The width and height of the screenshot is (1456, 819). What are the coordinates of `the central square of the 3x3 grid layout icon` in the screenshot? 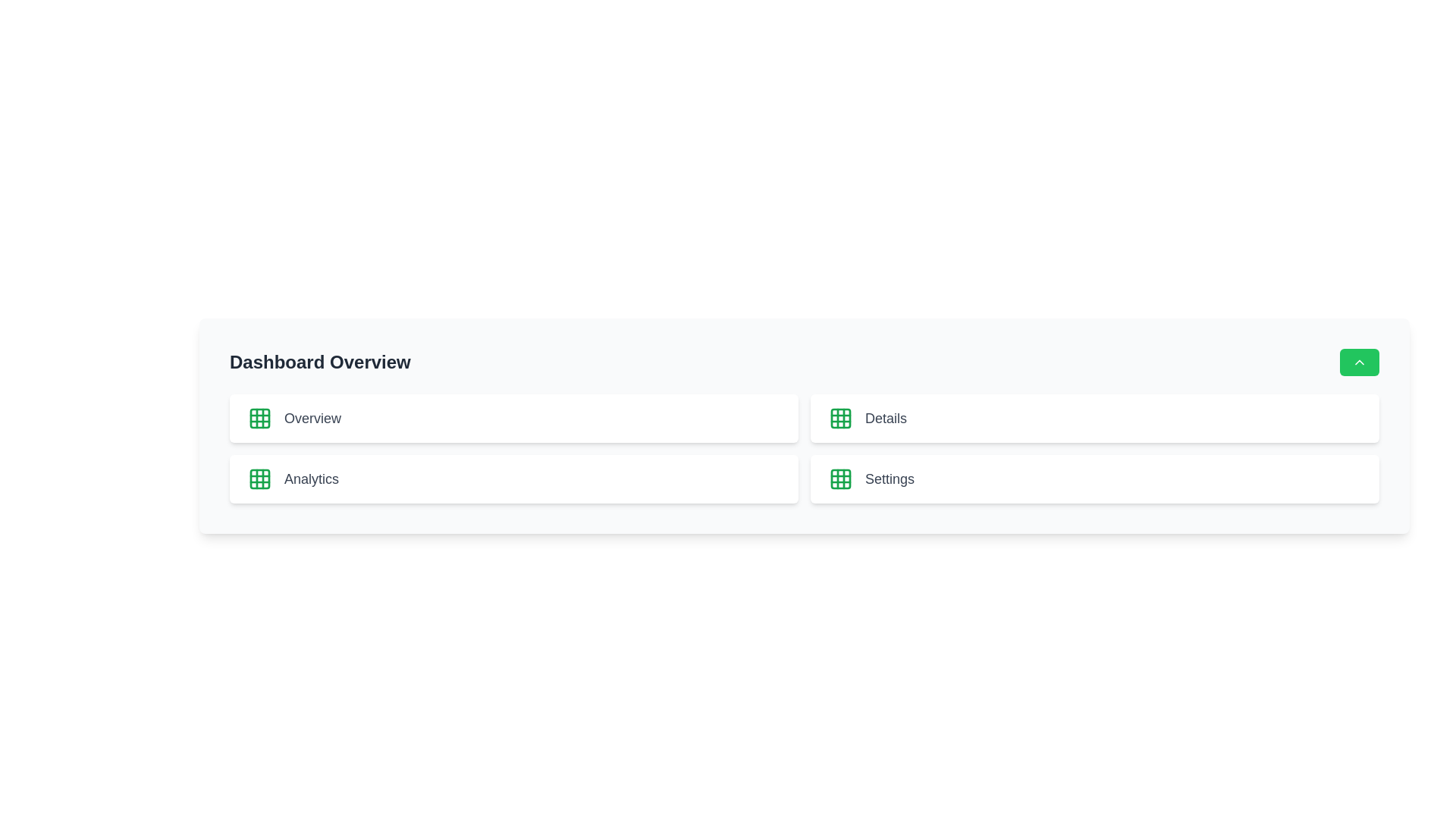 It's located at (259, 418).